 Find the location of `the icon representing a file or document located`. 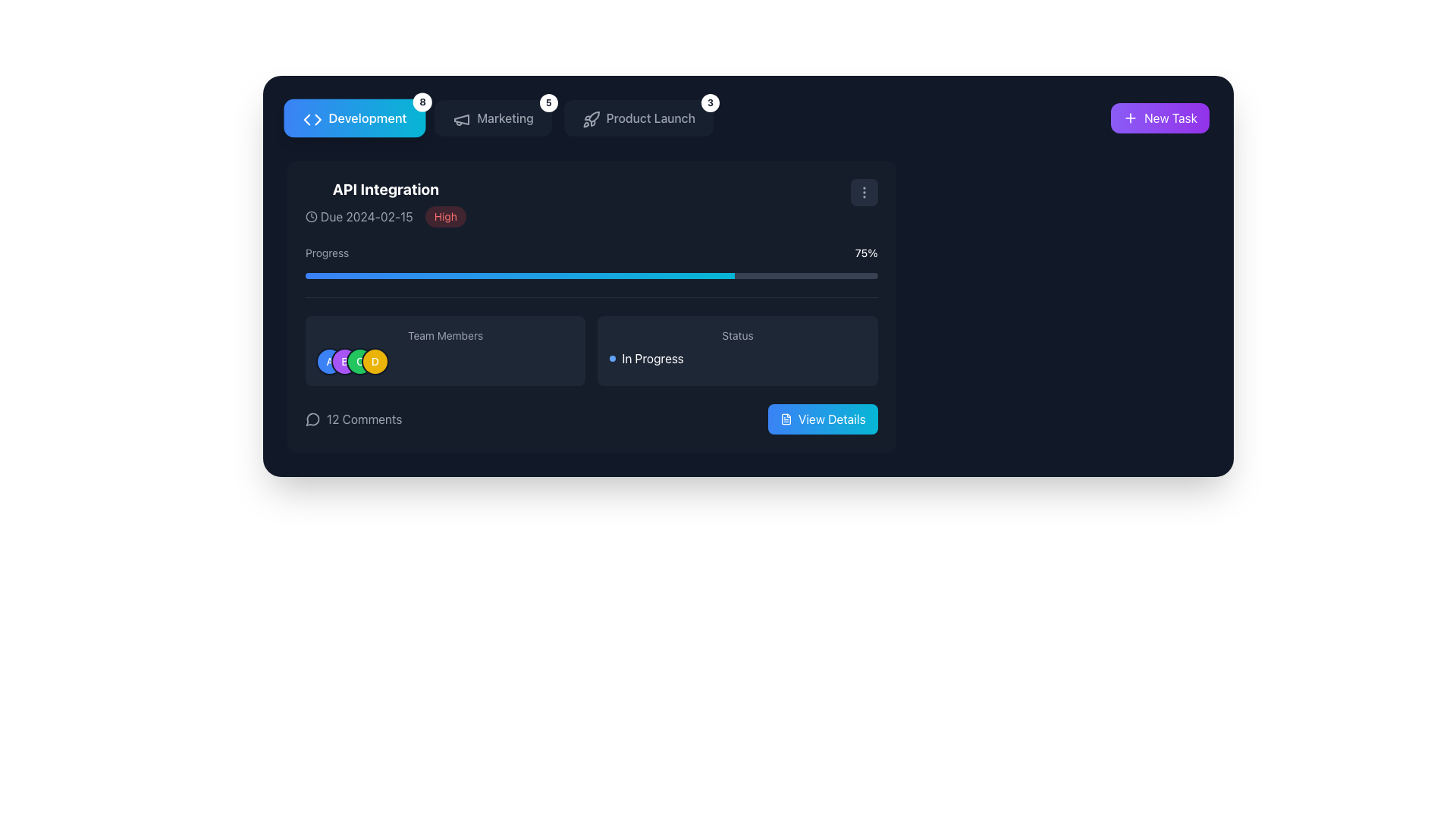

the icon representing a file or document located is located at coordinates (786, 419).